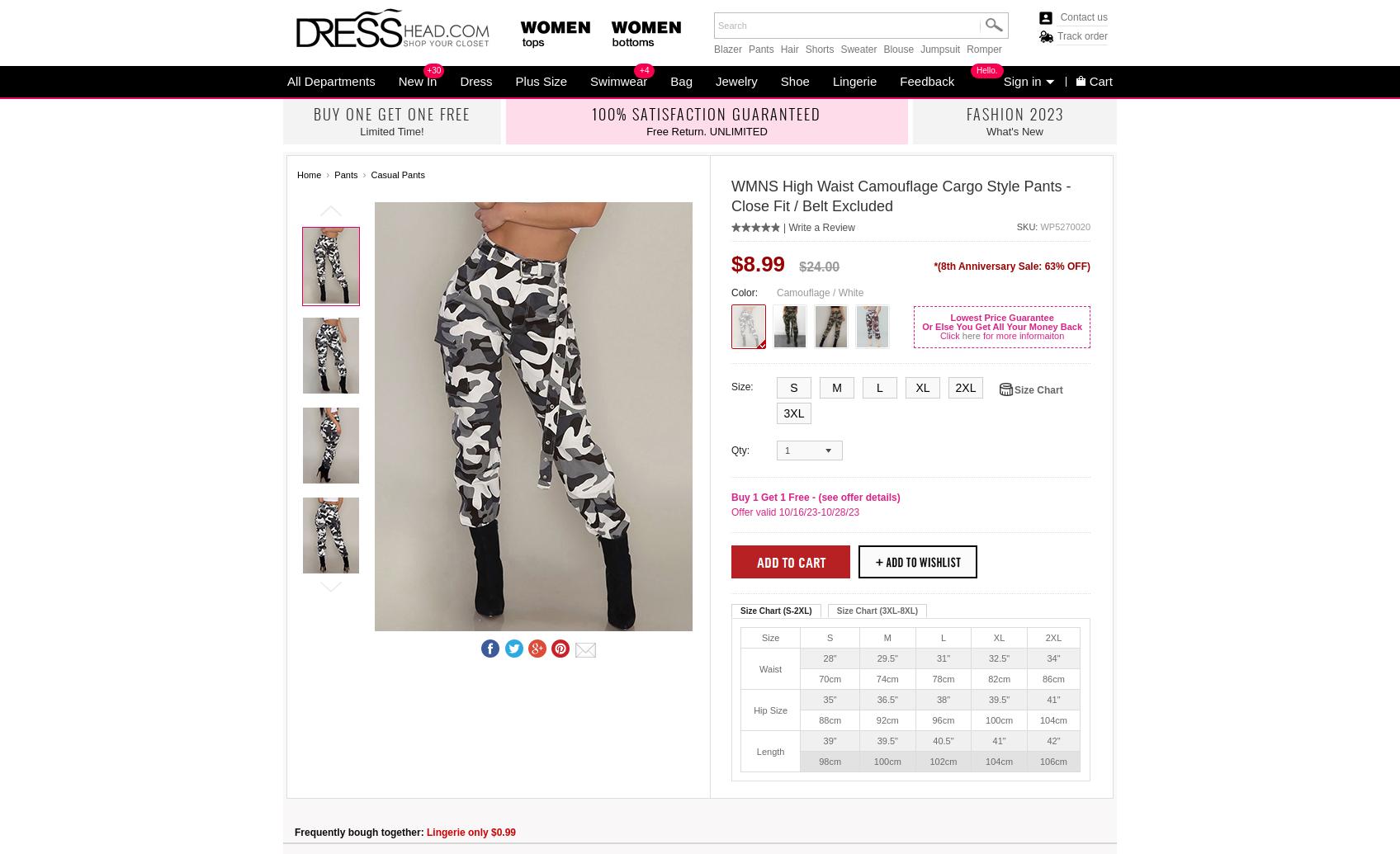 The width and height of the screenshot is (1400, 854). What do you see at coordinates (818, 761) in the screenshot?
I see `'98cm'` at bounding box center [818, 761].